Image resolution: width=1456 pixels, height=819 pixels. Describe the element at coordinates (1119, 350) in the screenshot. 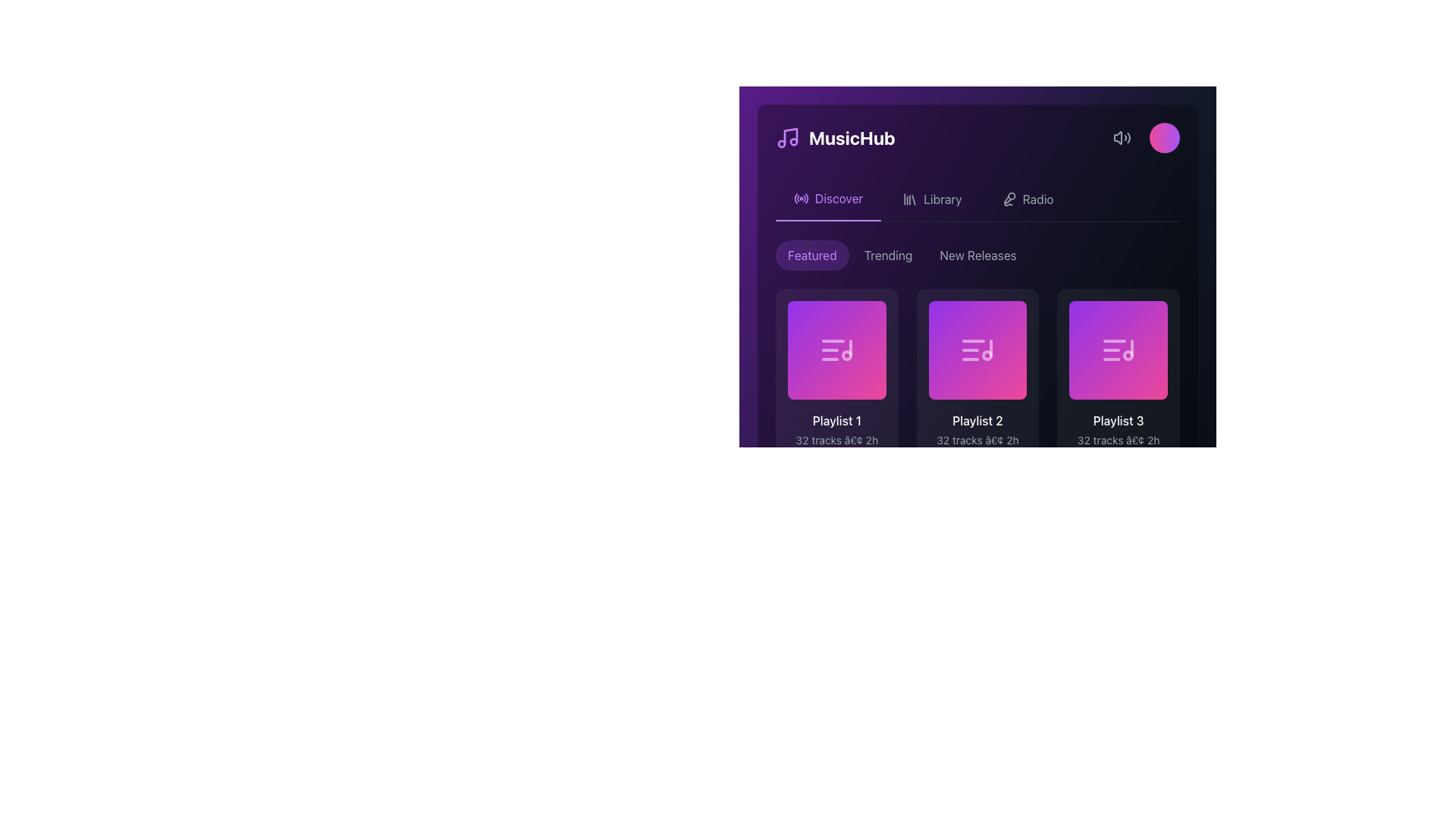

I see `the Playlist 3 icon, which is a music-related feature represented within a square card with rounded corners and a gradient background` at that location.